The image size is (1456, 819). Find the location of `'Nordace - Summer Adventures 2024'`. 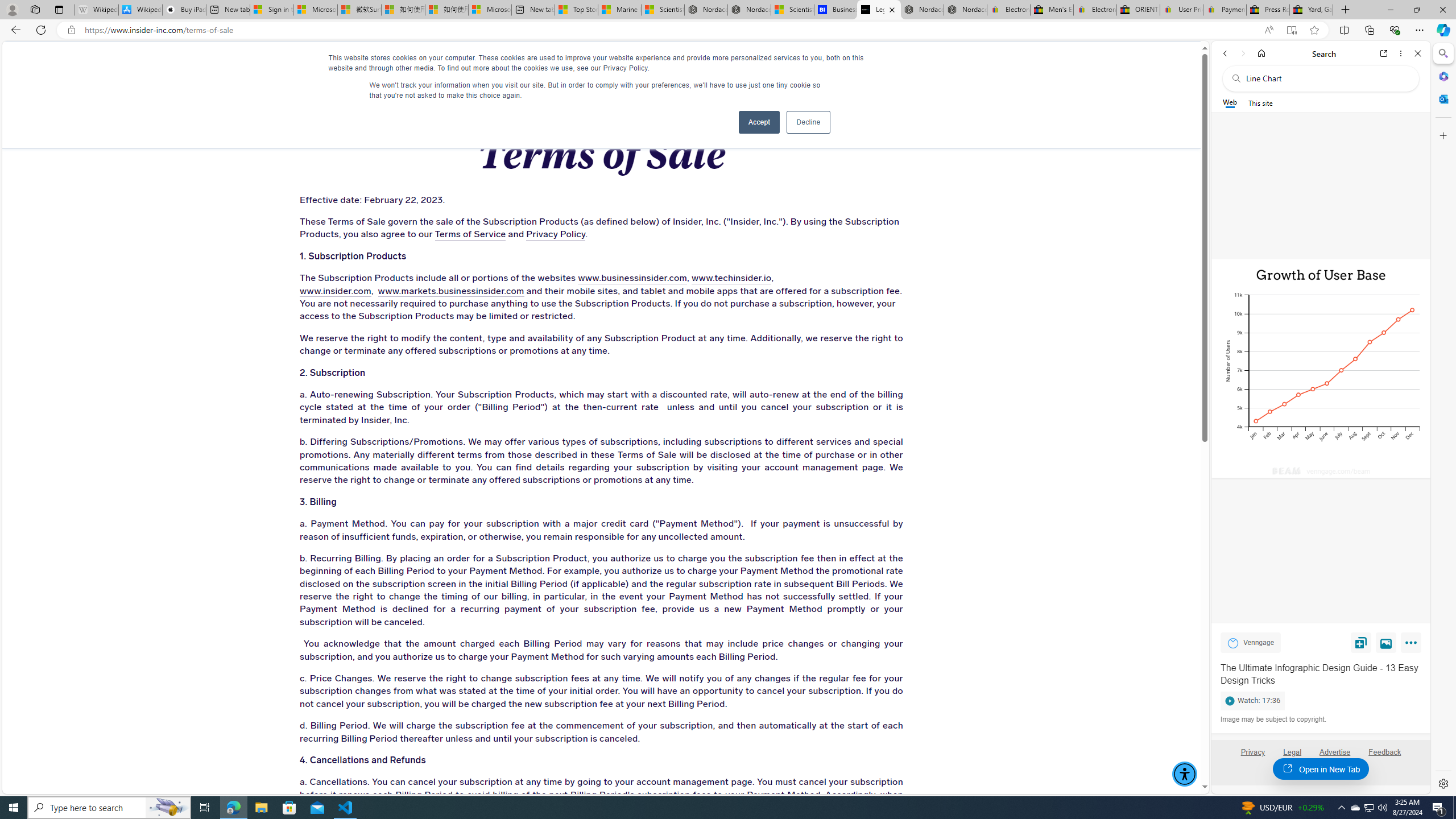

'Nordace - Summer Adventures 2024' is located at coordinates (922, 9).